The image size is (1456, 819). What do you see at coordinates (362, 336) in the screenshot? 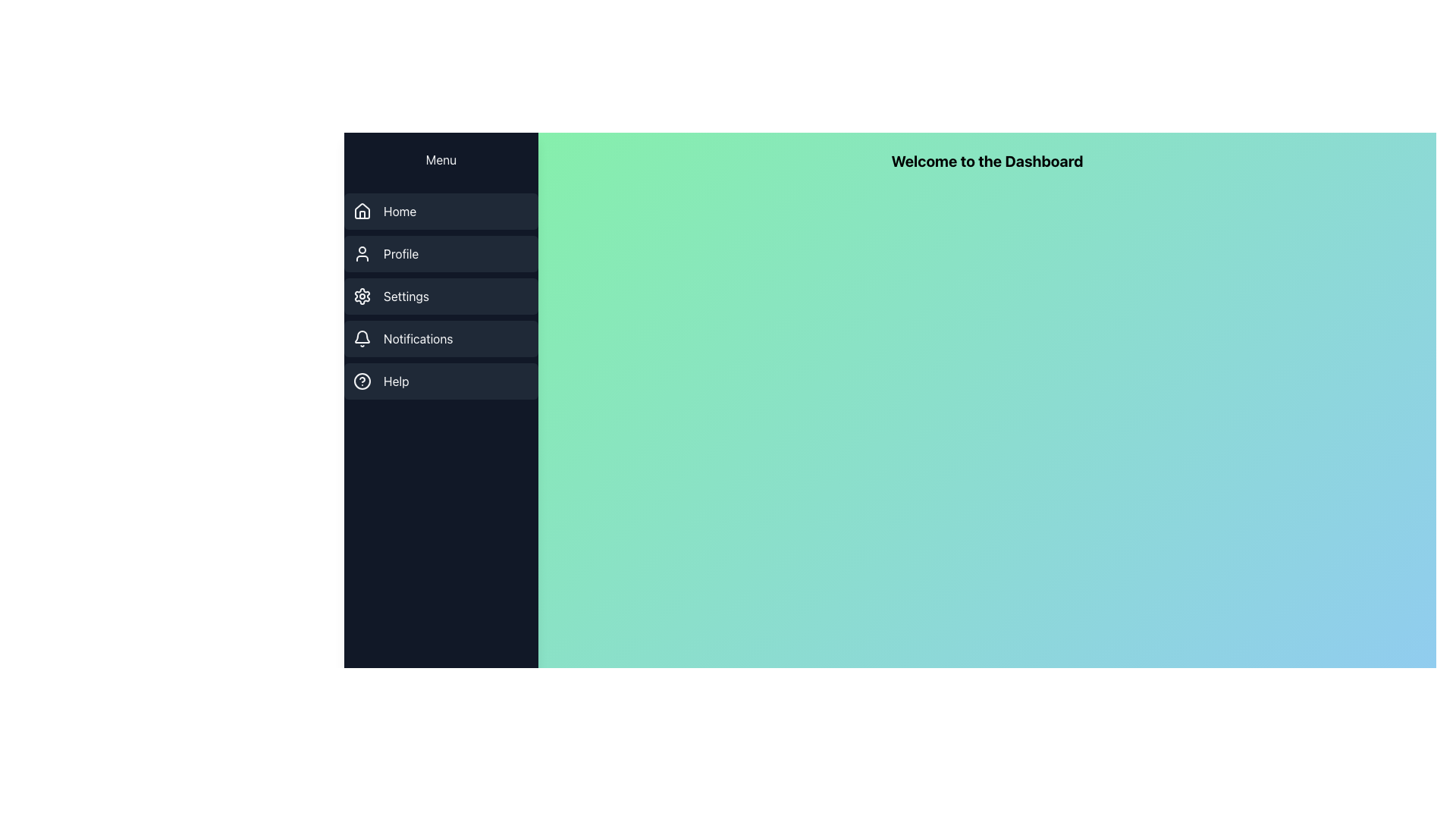
I see `the bell icon for notifications located in the vertical sidebar, which is the fourth menu item from the top` at bounding box center [362, 336].